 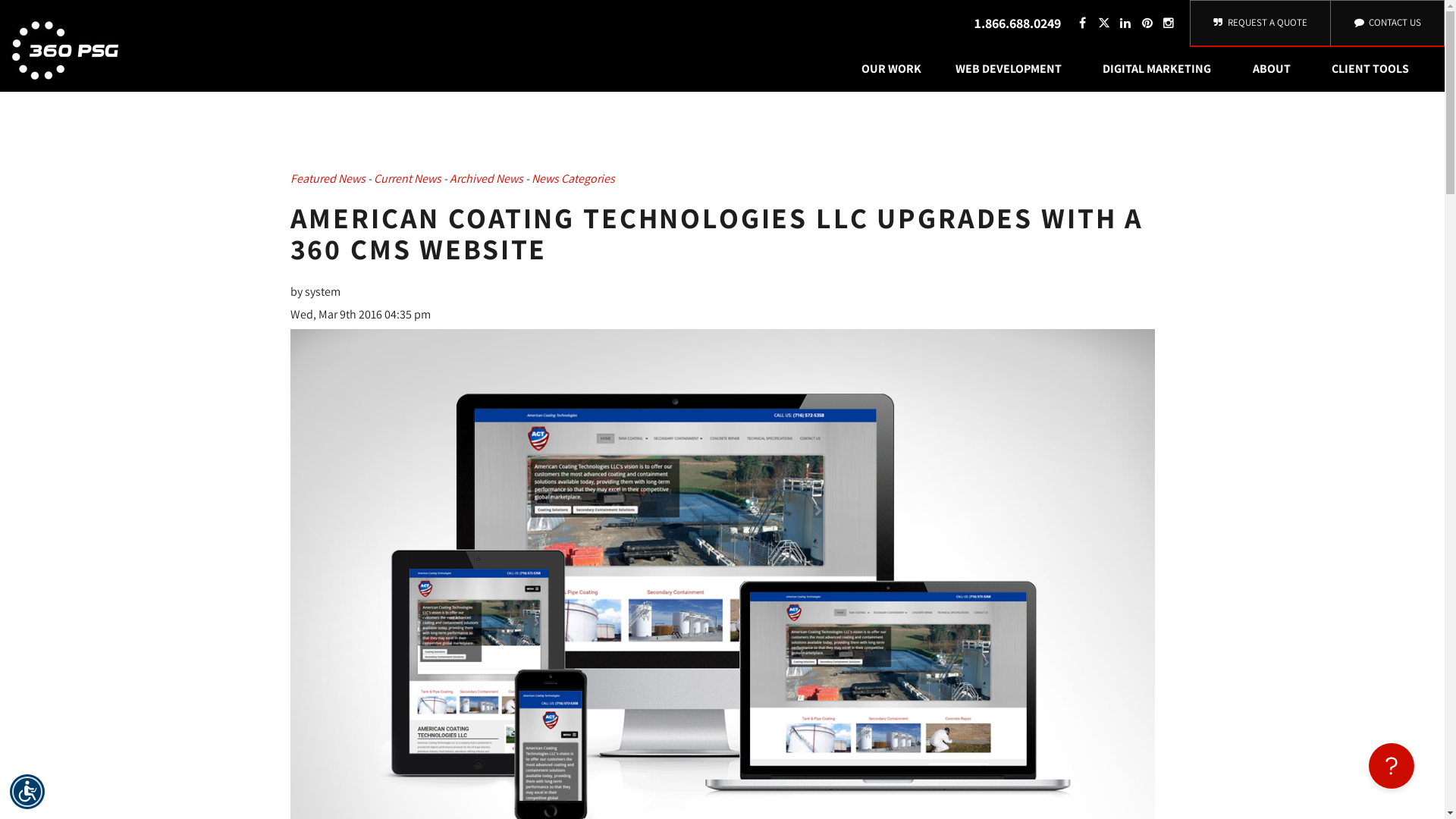 I want to click on 'CLIENT TOOLS', so click(x=1373, y=69).